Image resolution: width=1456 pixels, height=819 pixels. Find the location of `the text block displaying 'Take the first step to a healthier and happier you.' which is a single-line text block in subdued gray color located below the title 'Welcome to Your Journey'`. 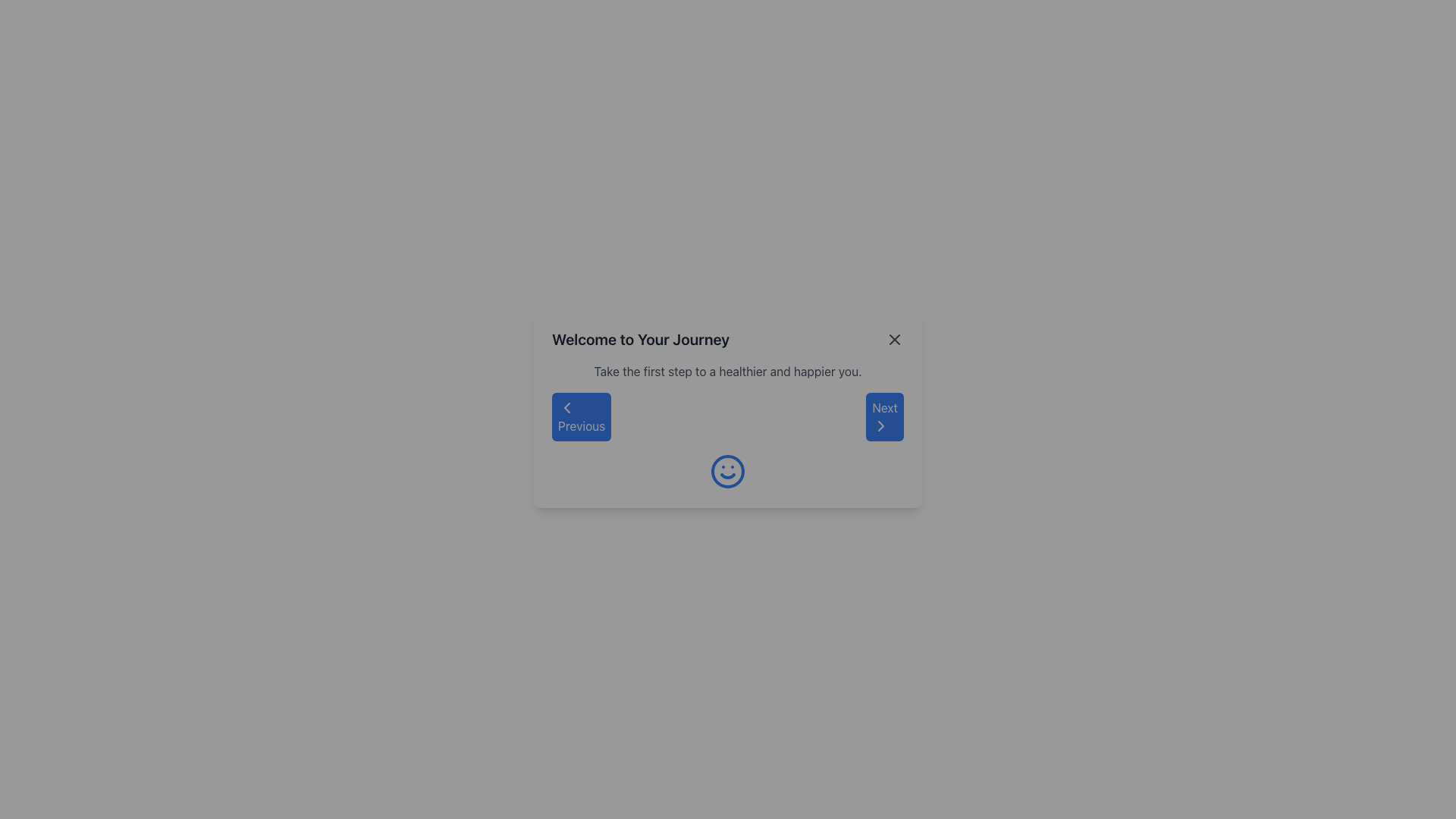

the text block displaying 'Take the first step to a healthier and happier you.' which is a single-line text block in subdued gray color located below the title 'Welcome to Your Journey' is located at coordinates (728, 371).